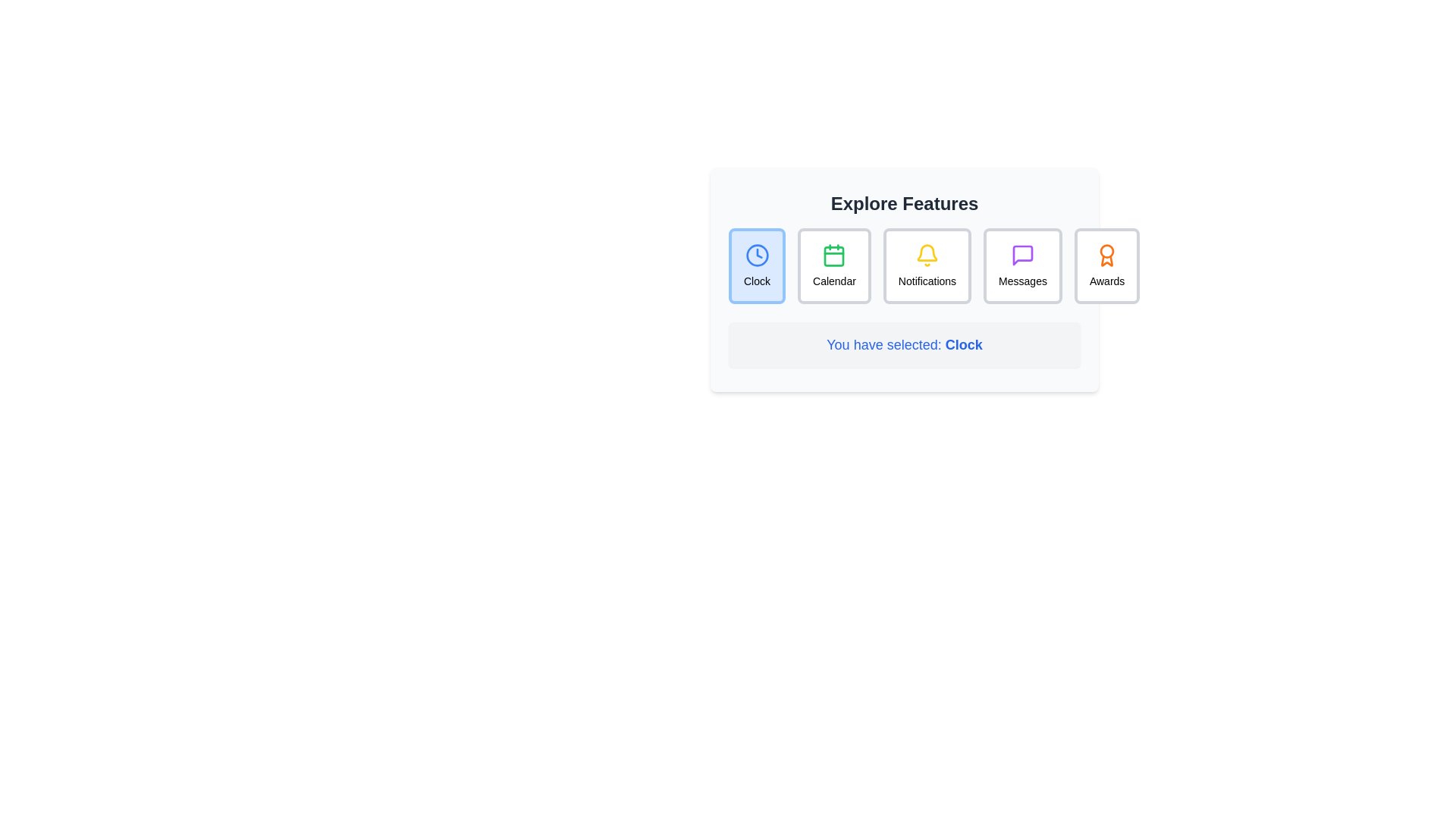 The height and width of the screenshot is (819, 1456). What do you see at coordinates (927, 281) in the screenshot?
I see `the text label that describes the notifications feature, located directly below the bell icon in the menu` at bounding box center [927, 281].